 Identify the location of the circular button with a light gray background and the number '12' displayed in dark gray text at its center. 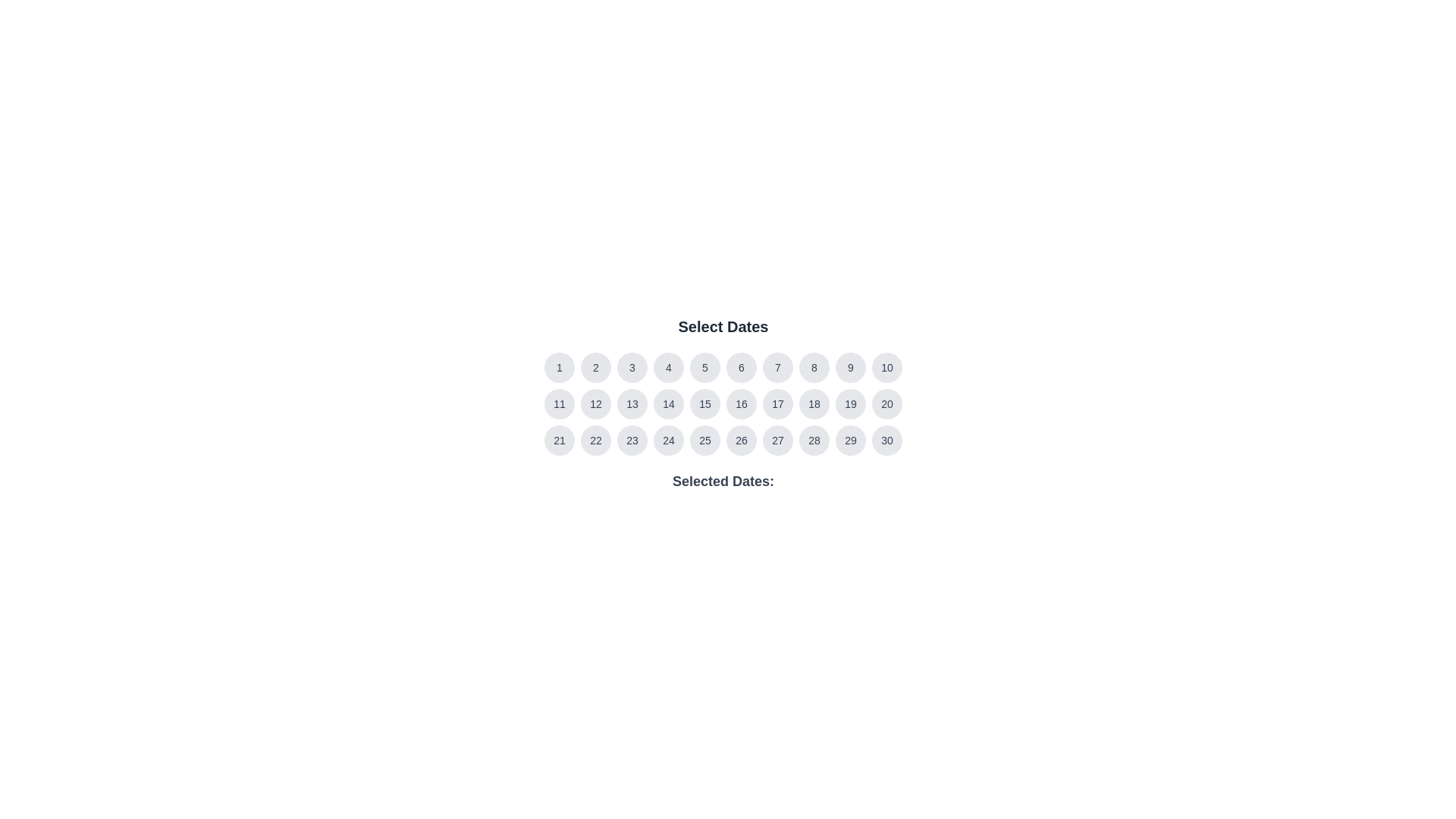
(595, 403).